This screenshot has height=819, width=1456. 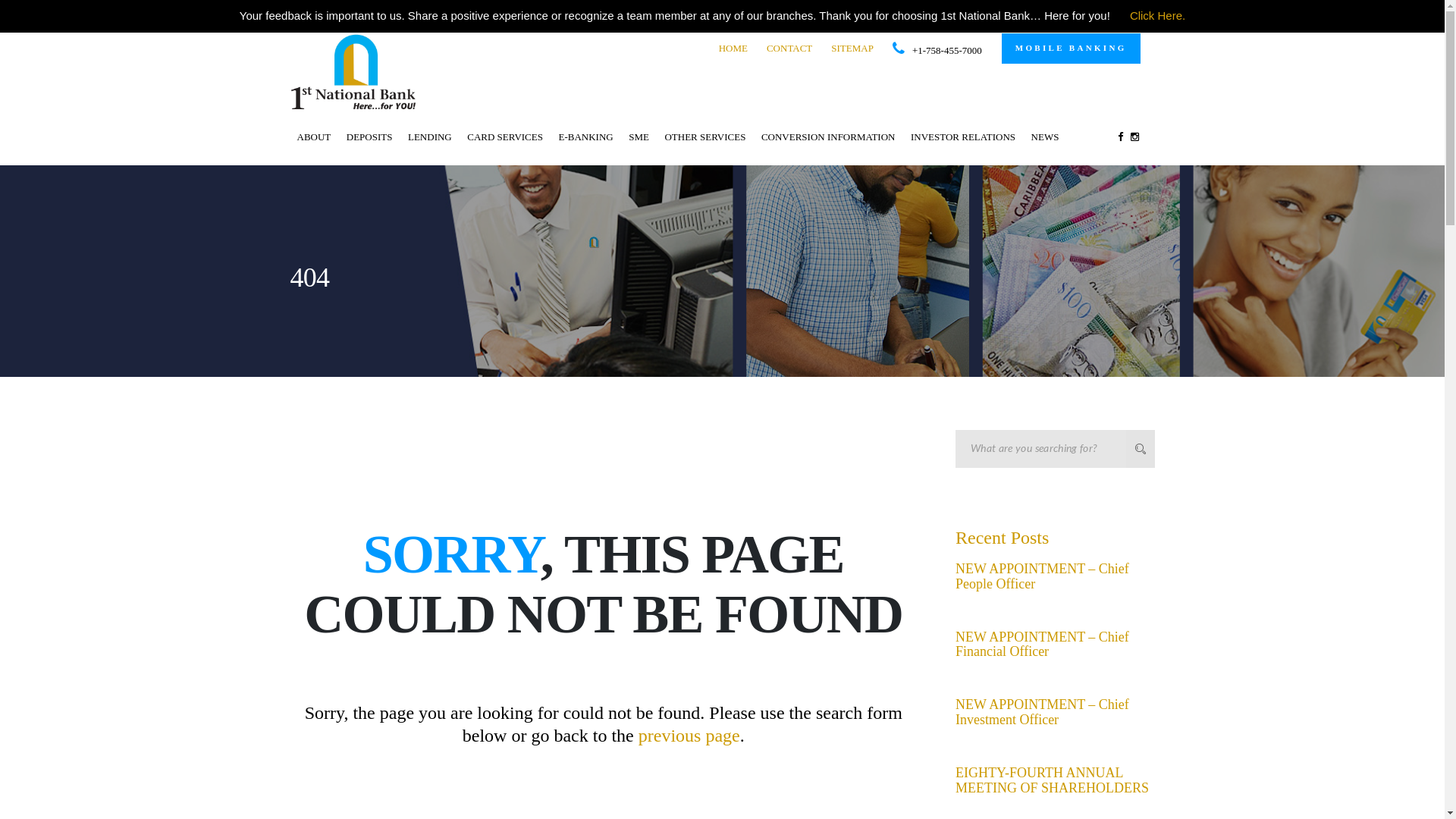 I want to click on 'MOBILE BANKING', so click(x=1070, y=48).